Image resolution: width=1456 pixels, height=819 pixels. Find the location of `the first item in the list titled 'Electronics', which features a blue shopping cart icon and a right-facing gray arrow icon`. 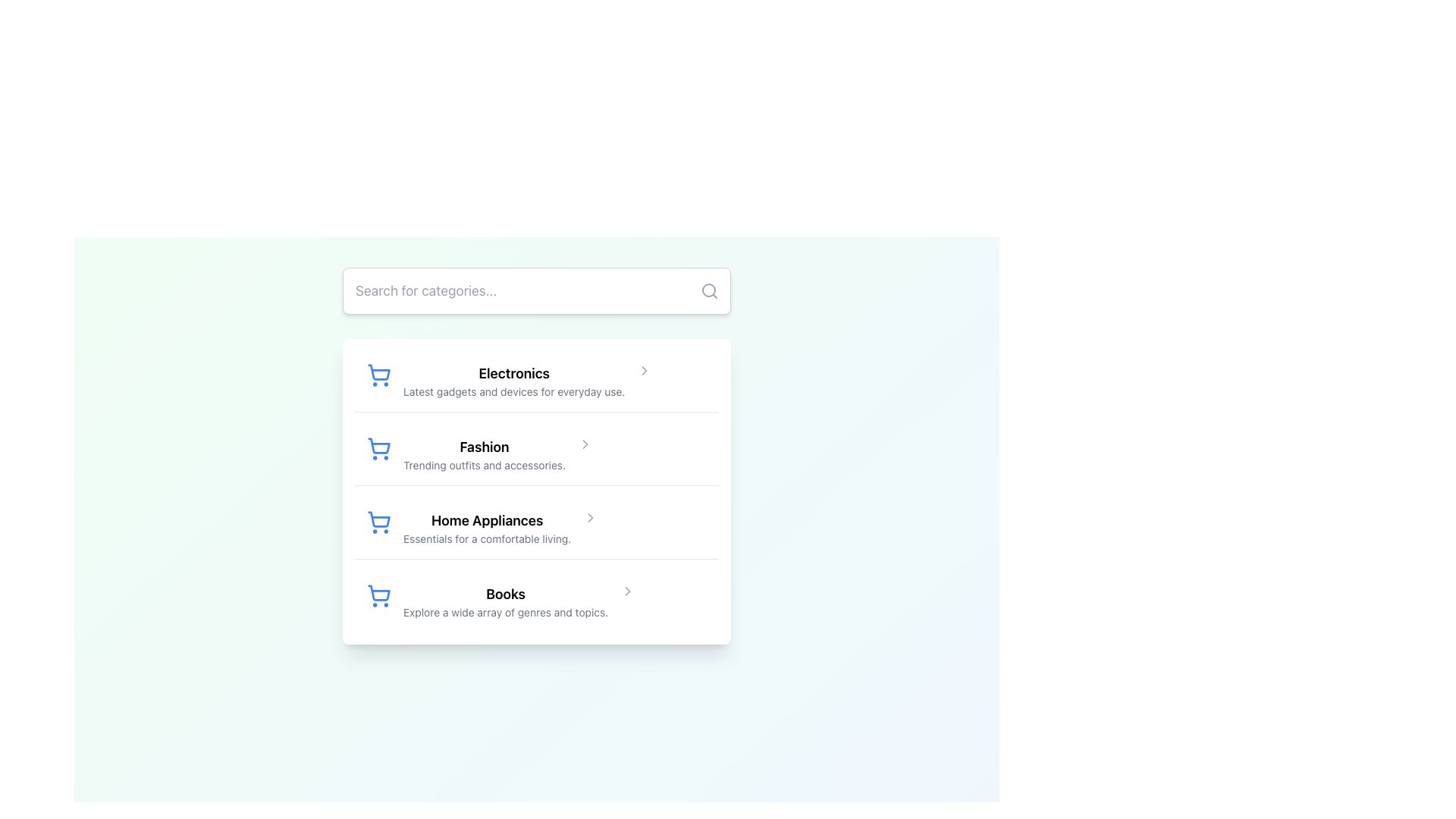

the first item in the list titled 'Electronics', which features a blue shopping cart icon and a right-facing gray arrow icon is located at coordinates (537, 380).